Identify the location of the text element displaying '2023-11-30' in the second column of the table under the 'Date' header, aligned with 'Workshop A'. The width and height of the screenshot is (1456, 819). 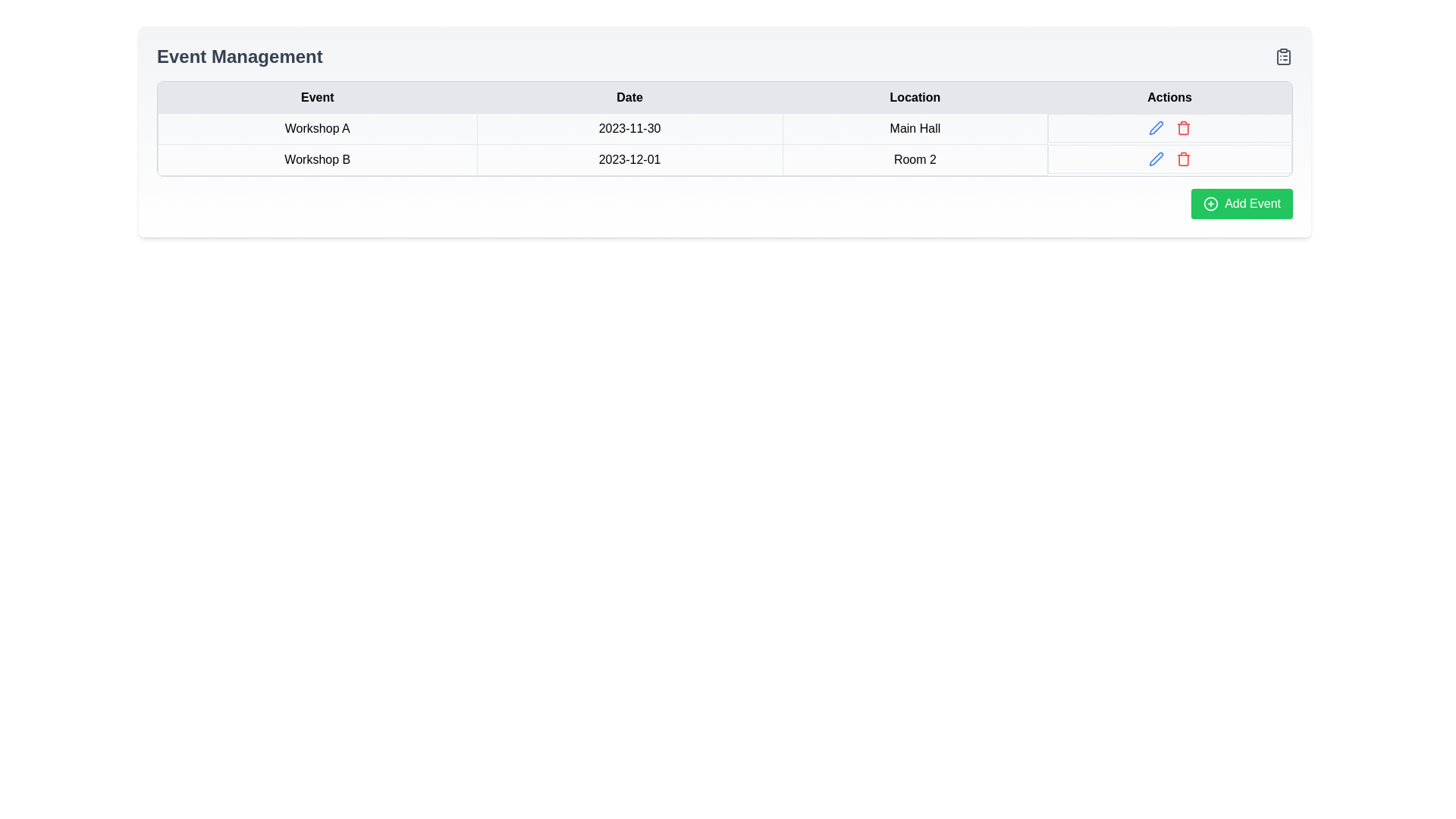
(629, 127).